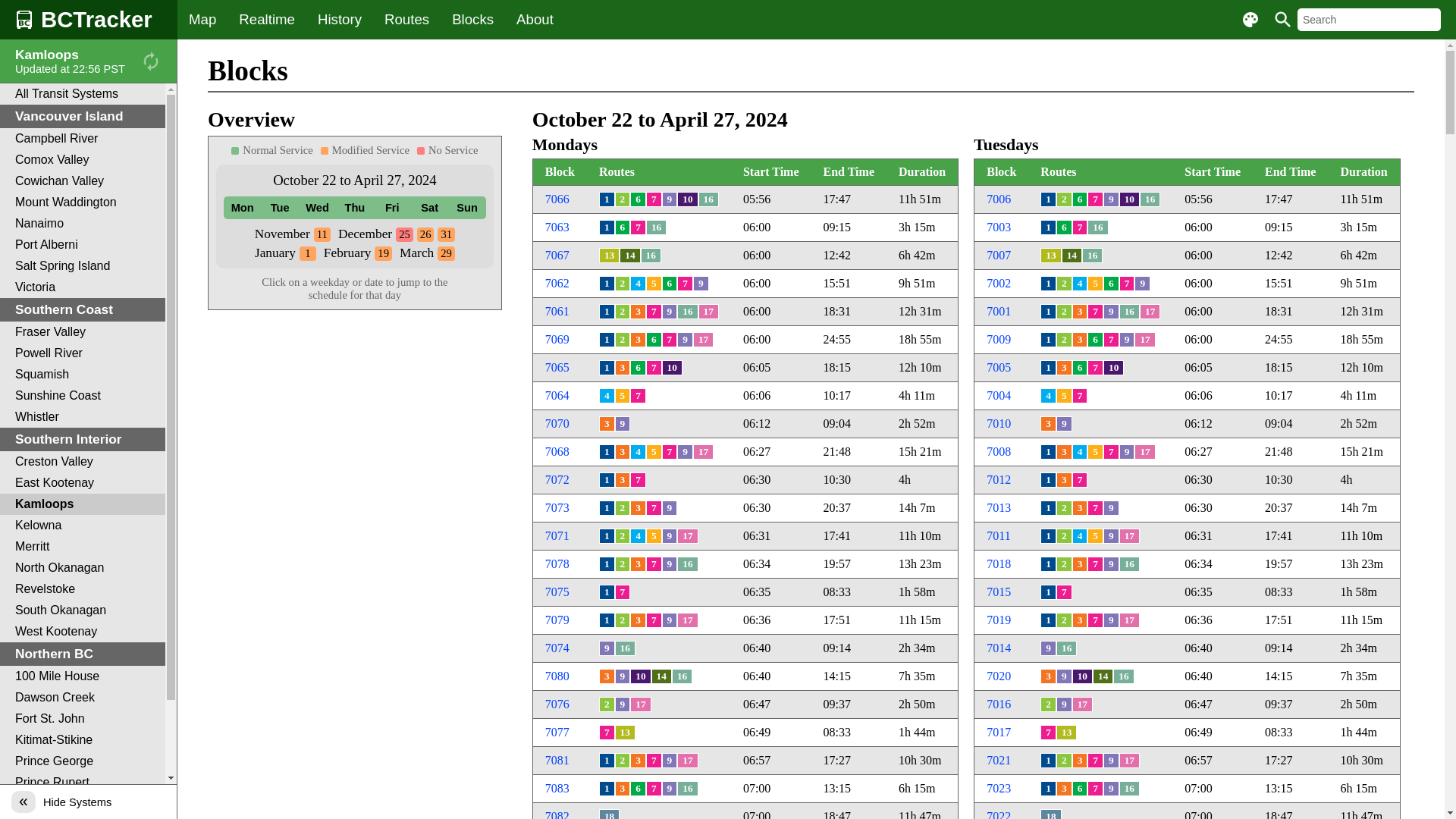  Describe the element at coordinates (638, 564) in the screenshot. I see `'3'` at that location.